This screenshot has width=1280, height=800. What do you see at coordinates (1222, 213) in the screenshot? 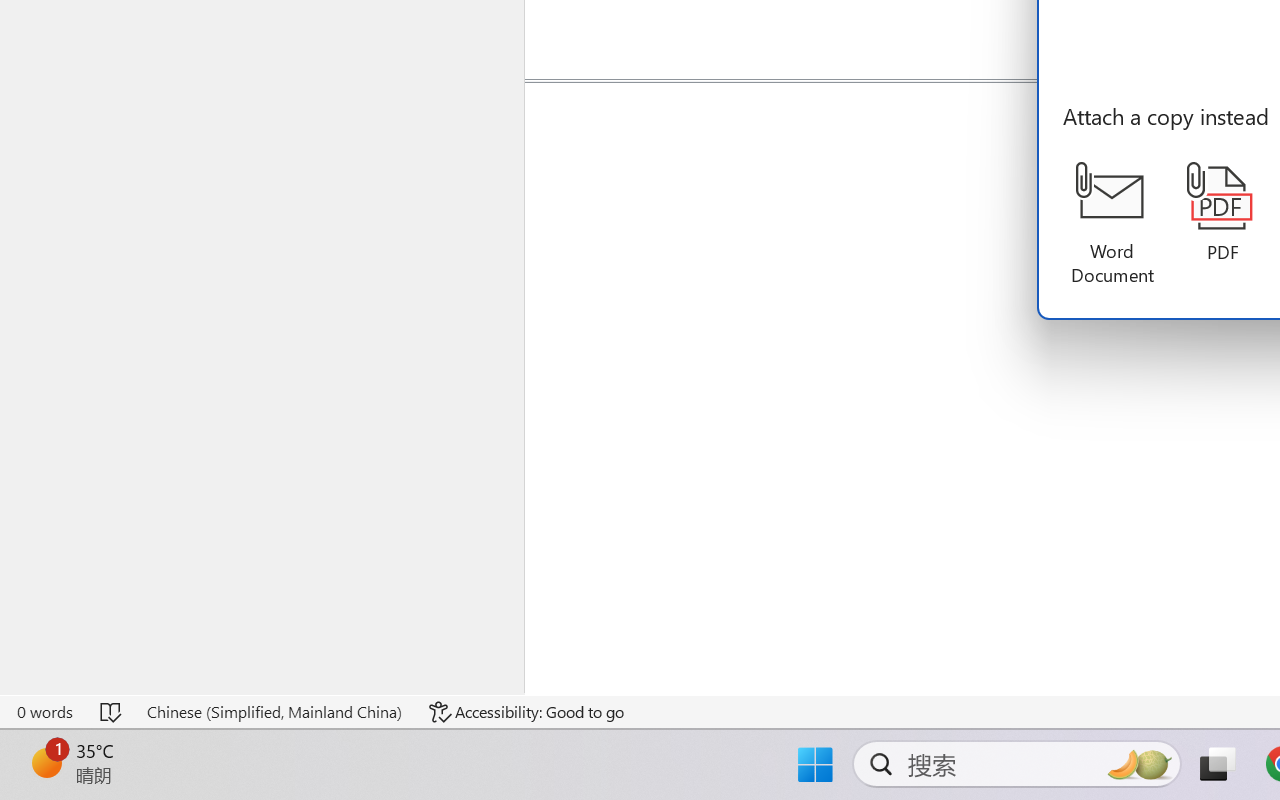
I see `'PDF'` at bounding box center [1222, 213].